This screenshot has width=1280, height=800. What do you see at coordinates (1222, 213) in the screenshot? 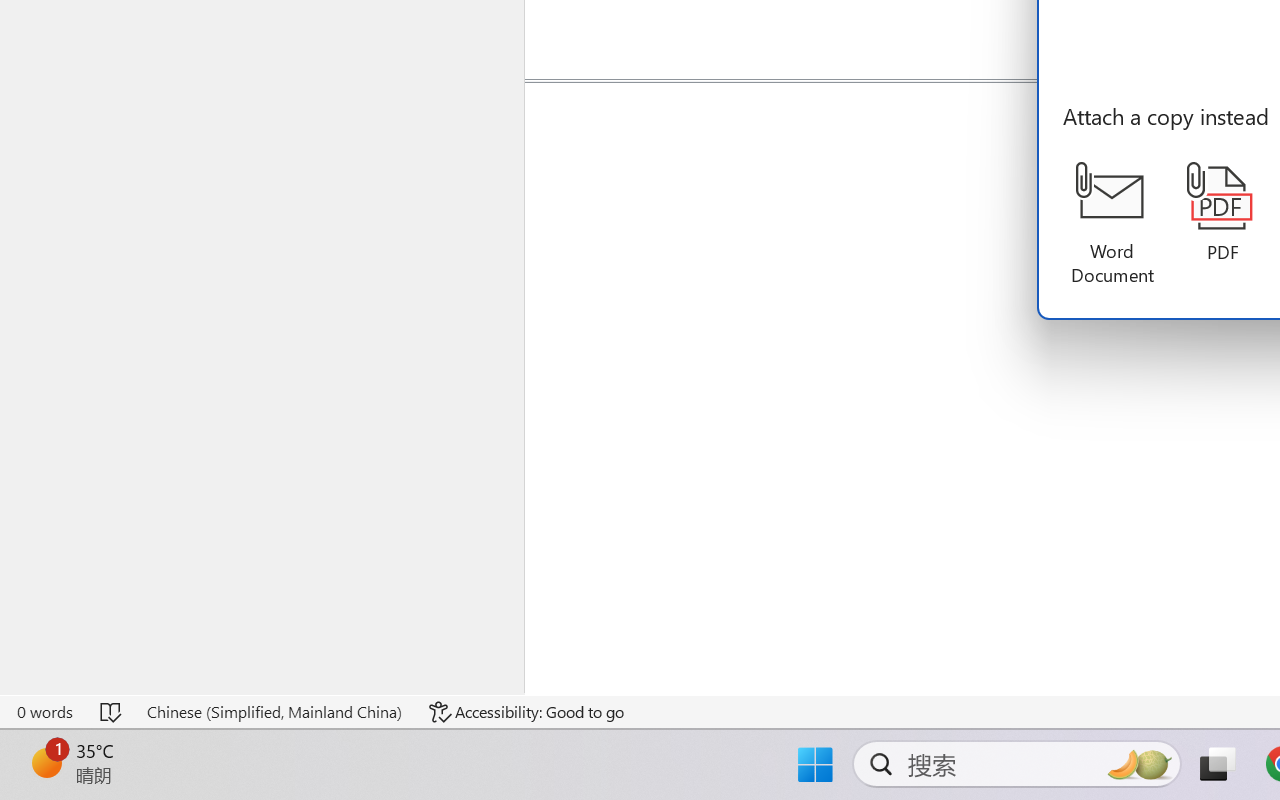
I see `'PDF'` at bounding box center [1222, 213].